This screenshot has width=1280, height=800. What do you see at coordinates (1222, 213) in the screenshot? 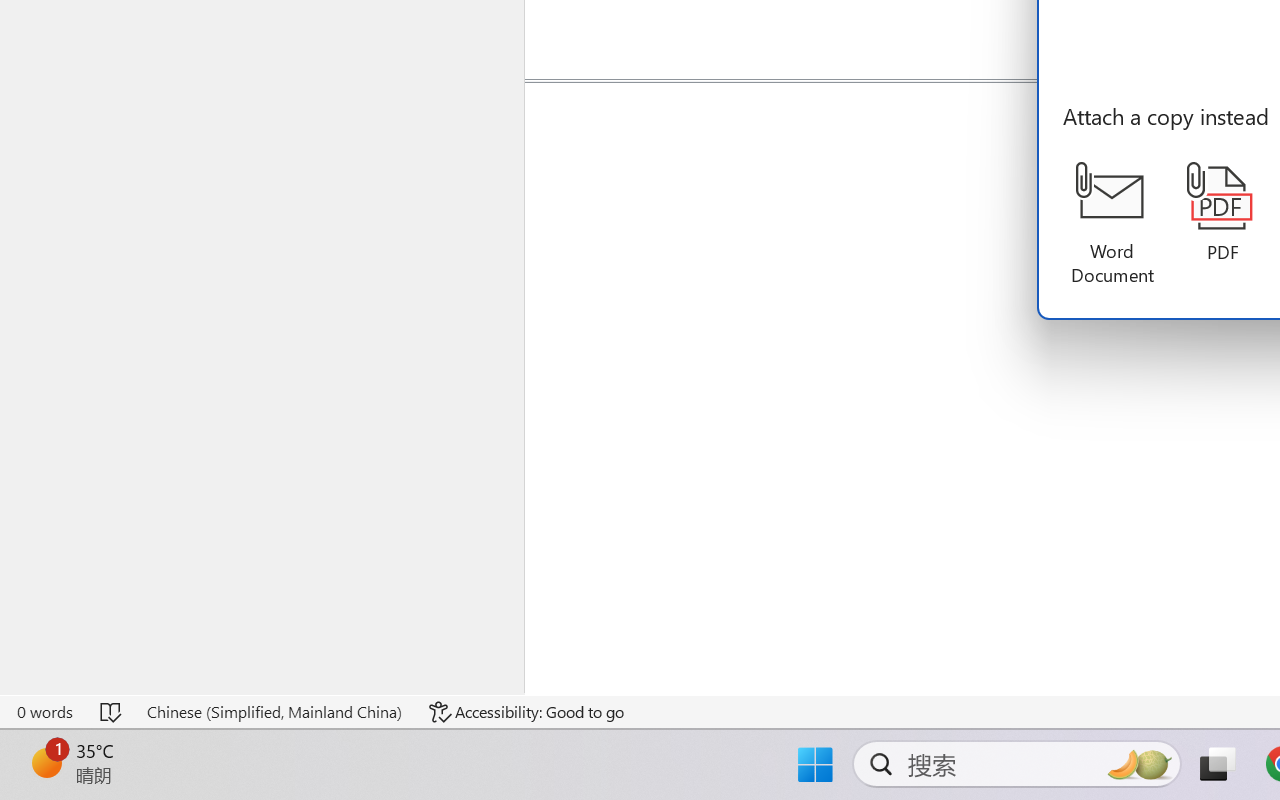
I see `'PDF'` at bounding box center [1222, 213].